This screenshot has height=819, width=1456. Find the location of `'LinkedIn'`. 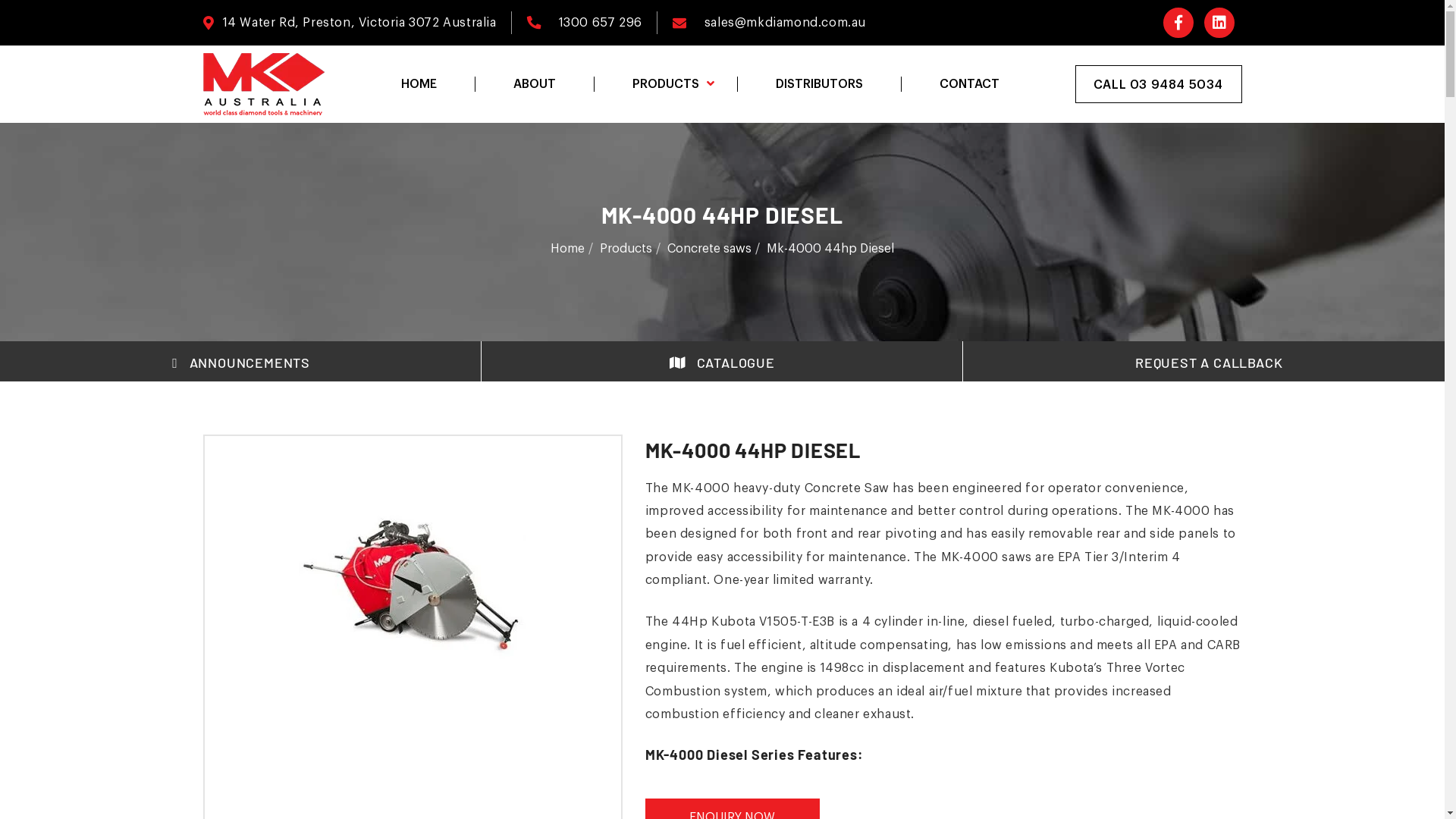

'LinkedIn' is located at coordinates (1219, 23).